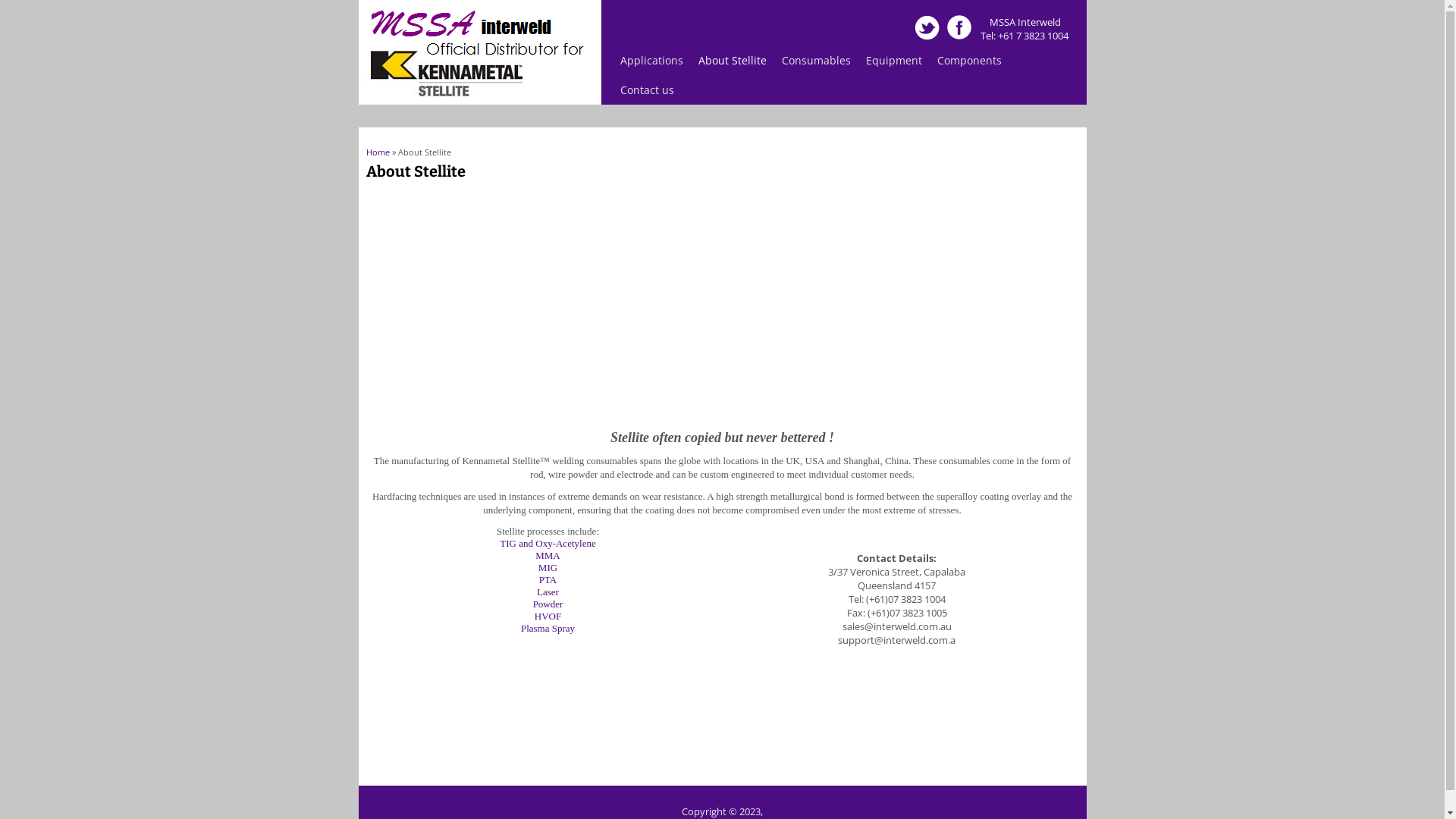 This screenshot has width=1456, height=819. Describe the element at coordinates (547, 591) in the screenshot. I see `'Laser'` at that location.